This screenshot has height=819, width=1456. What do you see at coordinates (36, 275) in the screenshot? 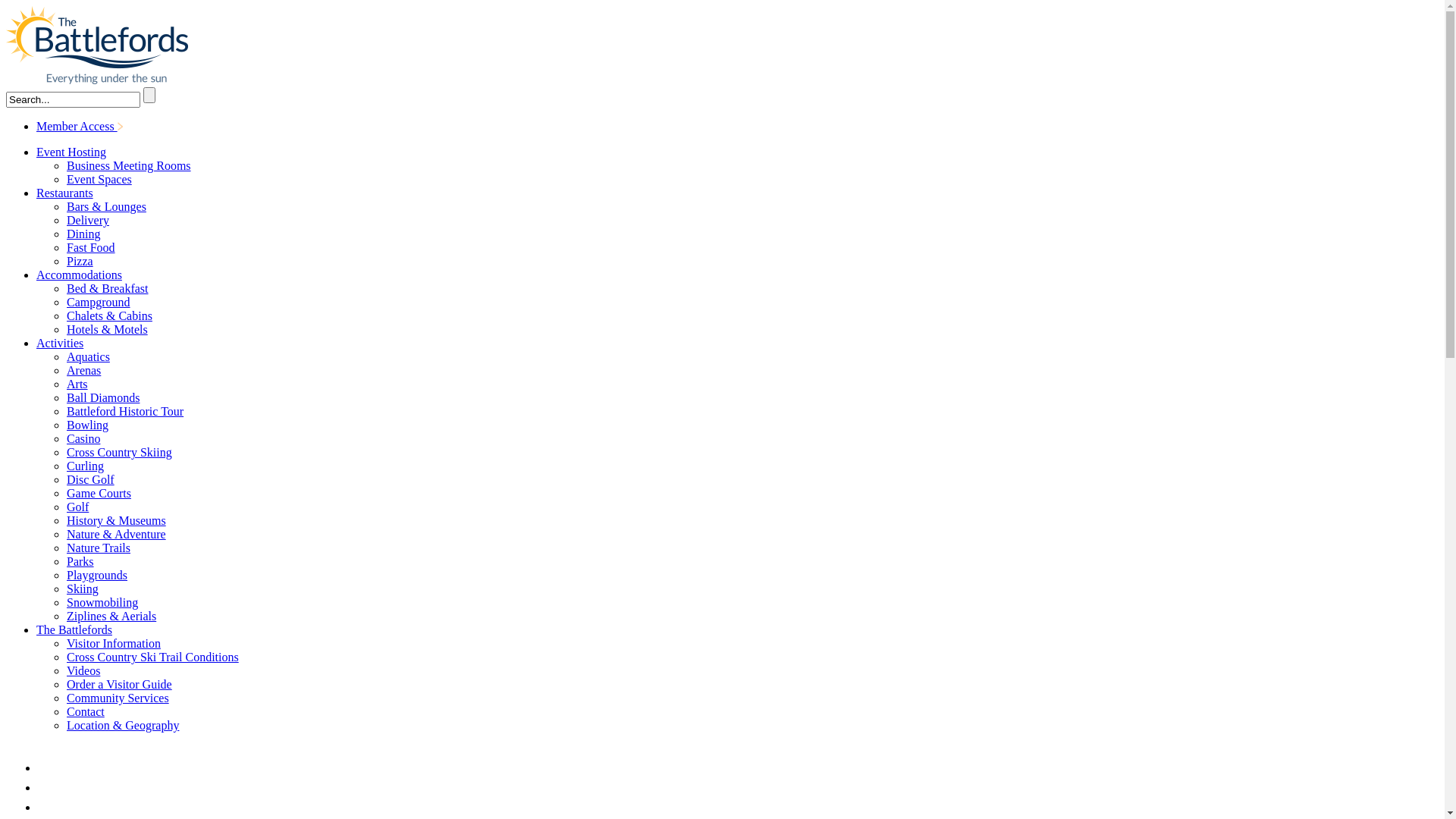
I see `'Accommodations'` at bounding box center [36, 275].